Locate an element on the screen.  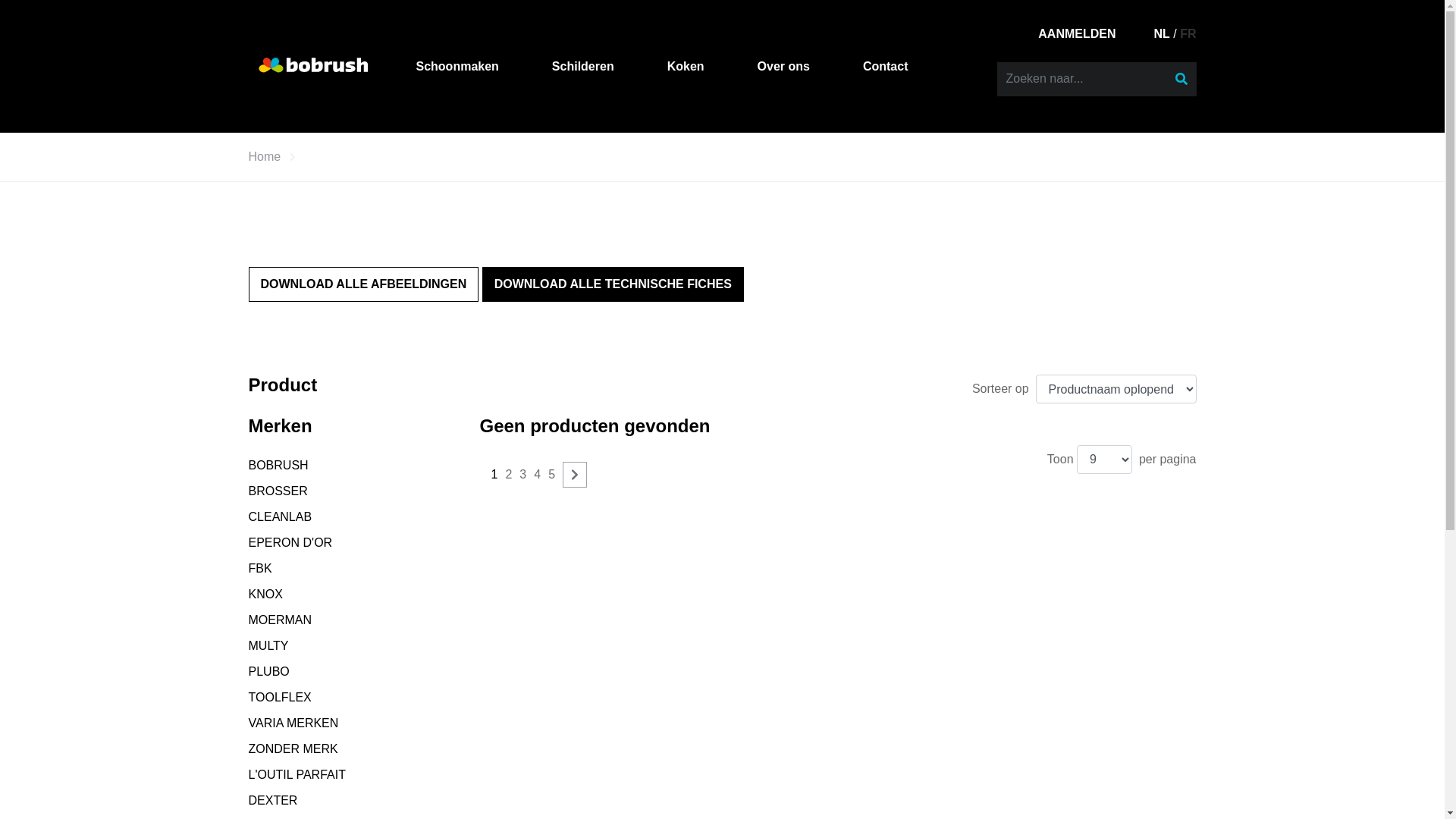
'Contact' is located at coordinates (885, 66).